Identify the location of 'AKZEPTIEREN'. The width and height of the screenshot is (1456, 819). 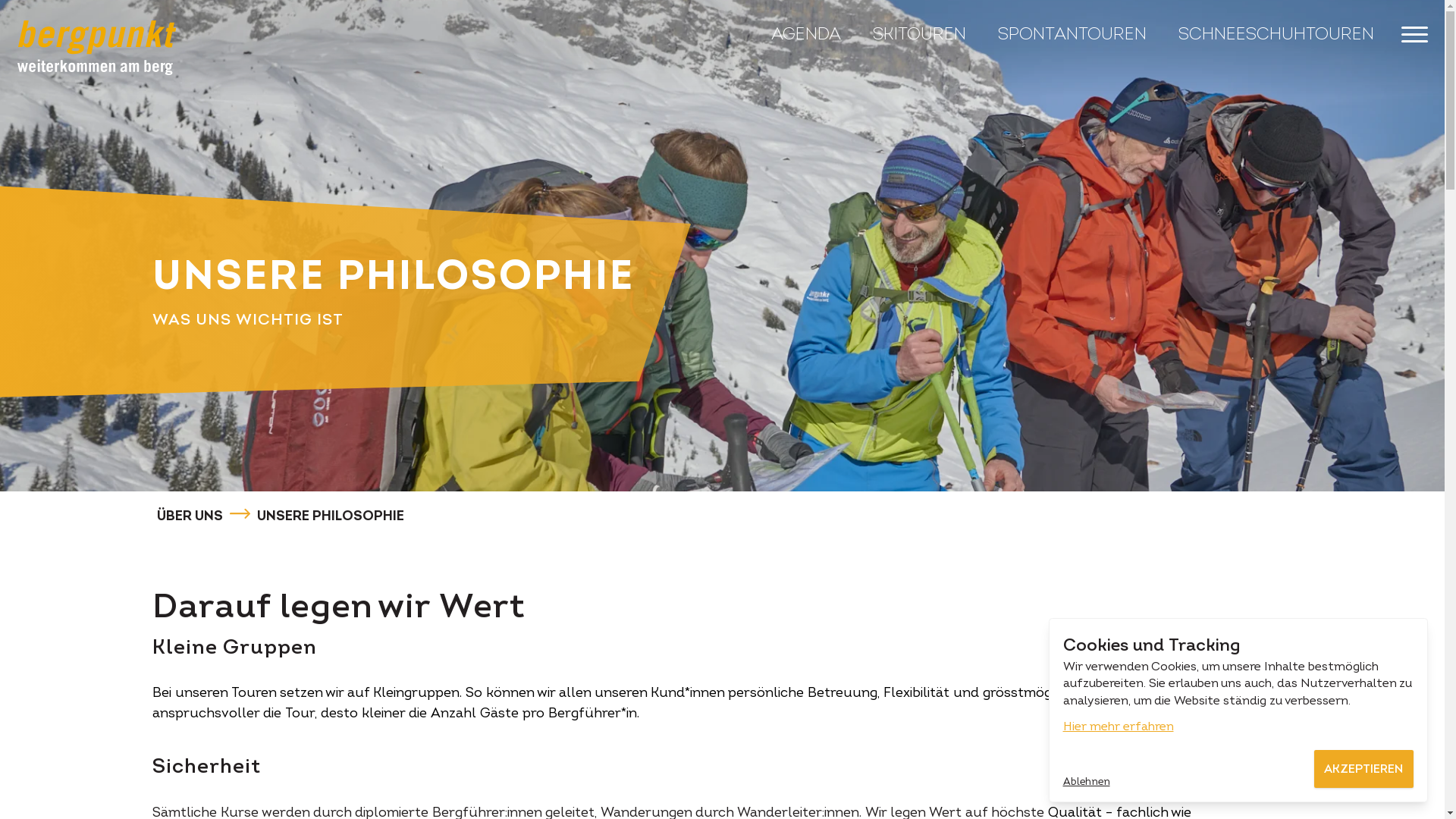
(1363, 769).